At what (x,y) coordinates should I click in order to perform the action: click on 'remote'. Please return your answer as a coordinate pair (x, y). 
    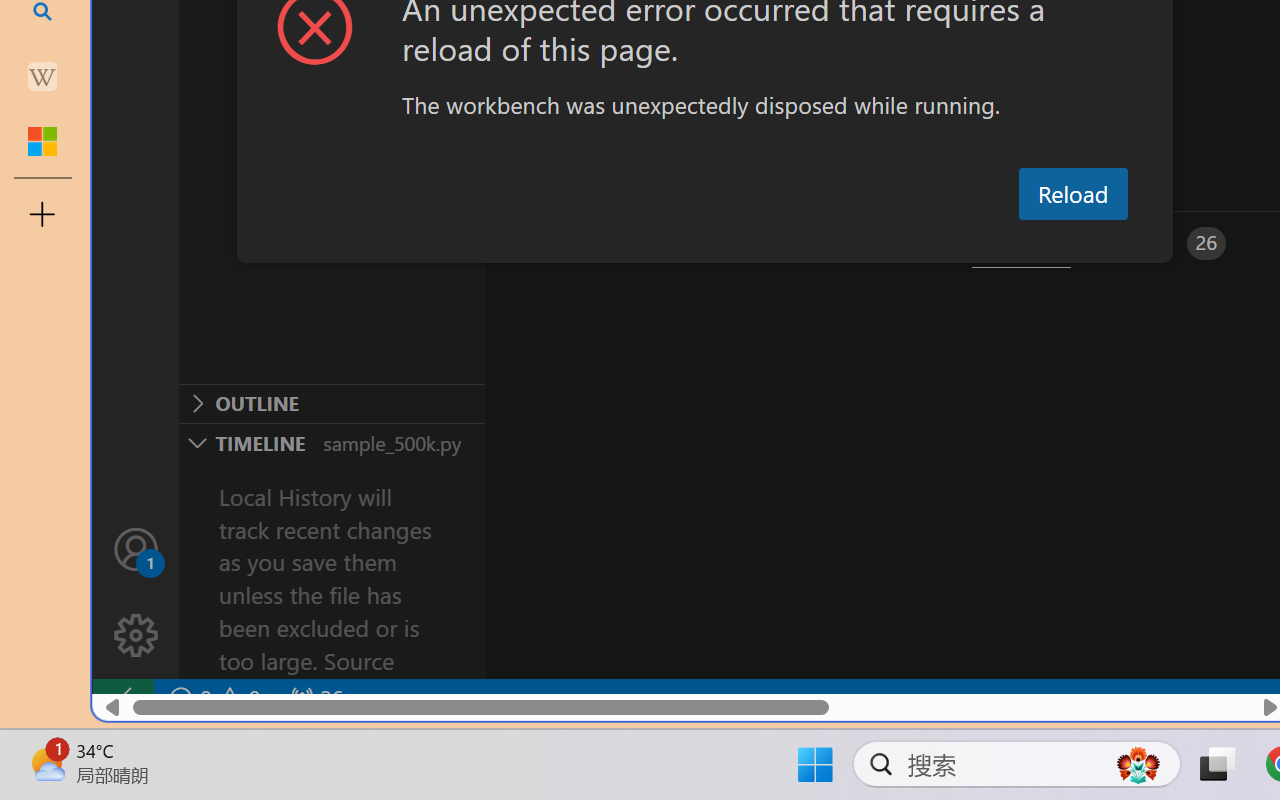
    Looking at the image, I should click on (121, 698).